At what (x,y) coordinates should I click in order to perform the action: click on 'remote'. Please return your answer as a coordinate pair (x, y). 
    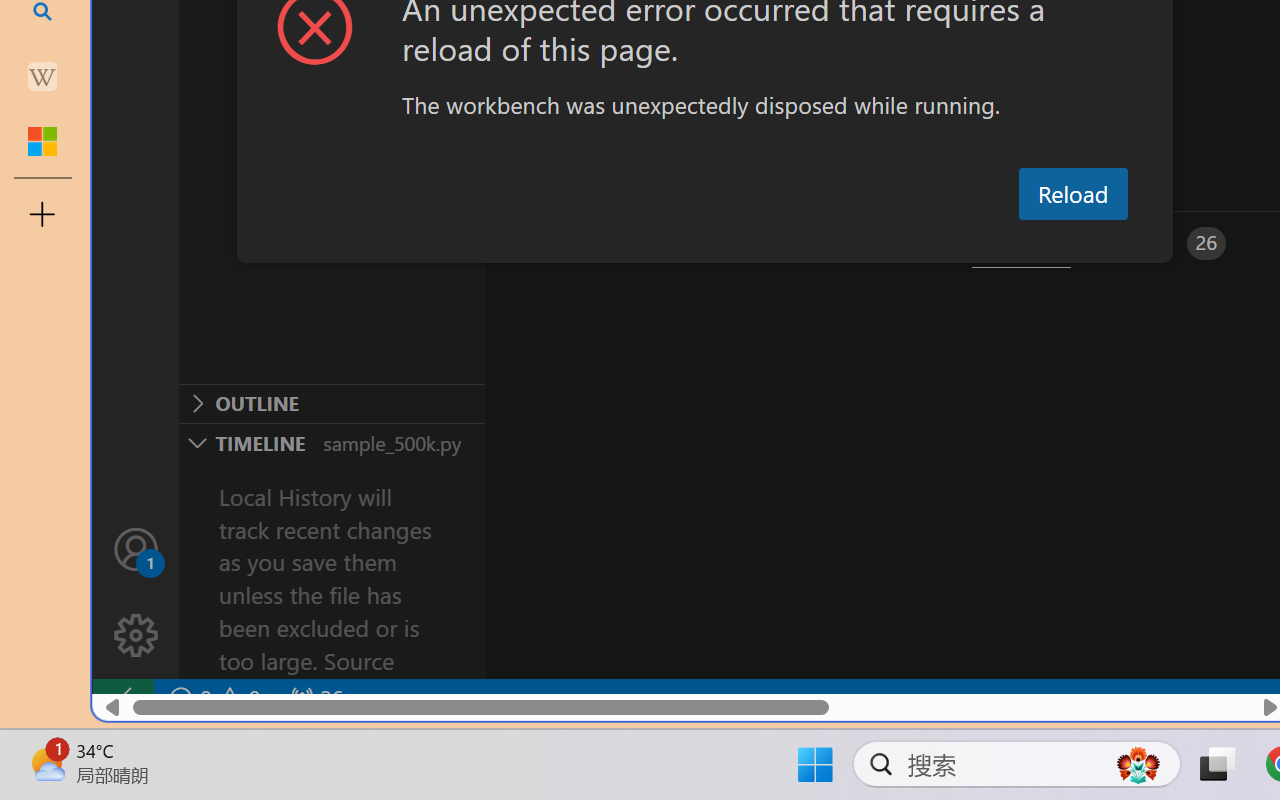
    Looking at the image, I should click on (121, 698).